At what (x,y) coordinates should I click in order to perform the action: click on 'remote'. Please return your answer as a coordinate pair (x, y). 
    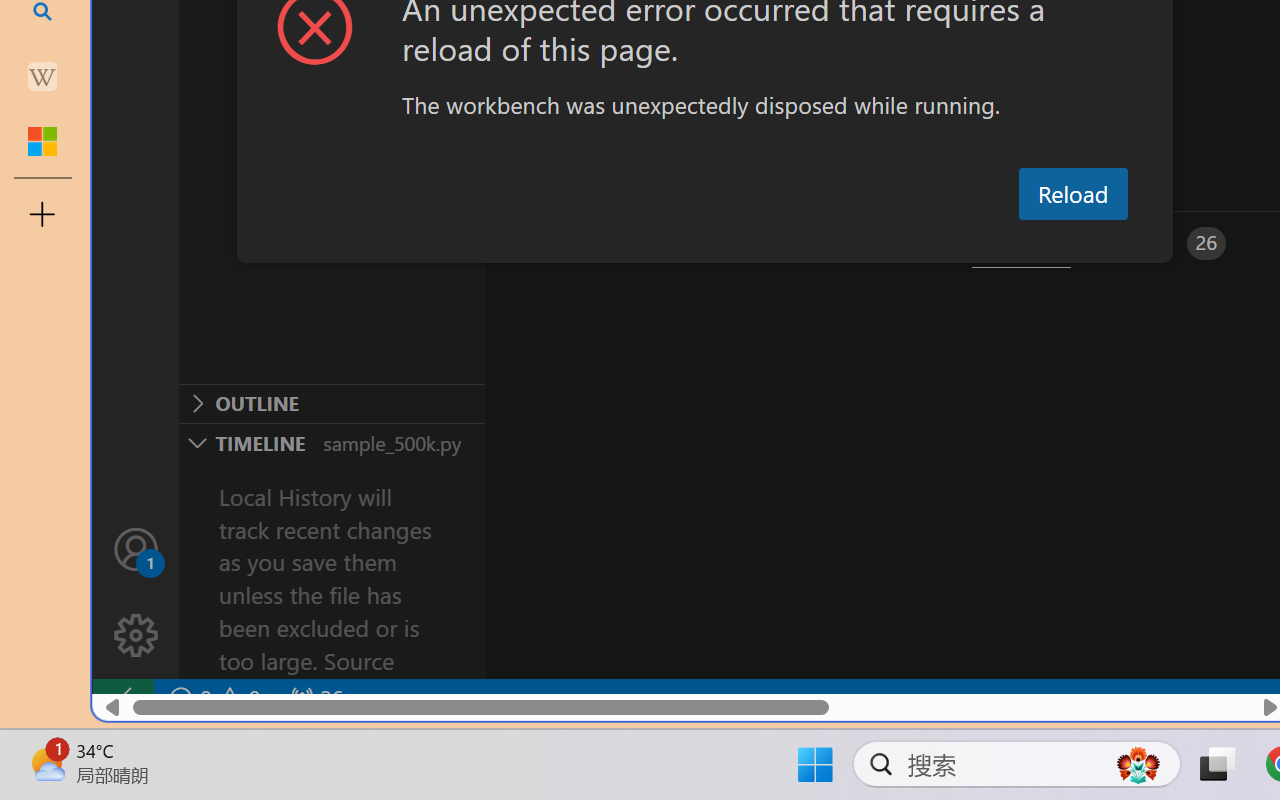
    Looking at the image, I should click on (121, 698).